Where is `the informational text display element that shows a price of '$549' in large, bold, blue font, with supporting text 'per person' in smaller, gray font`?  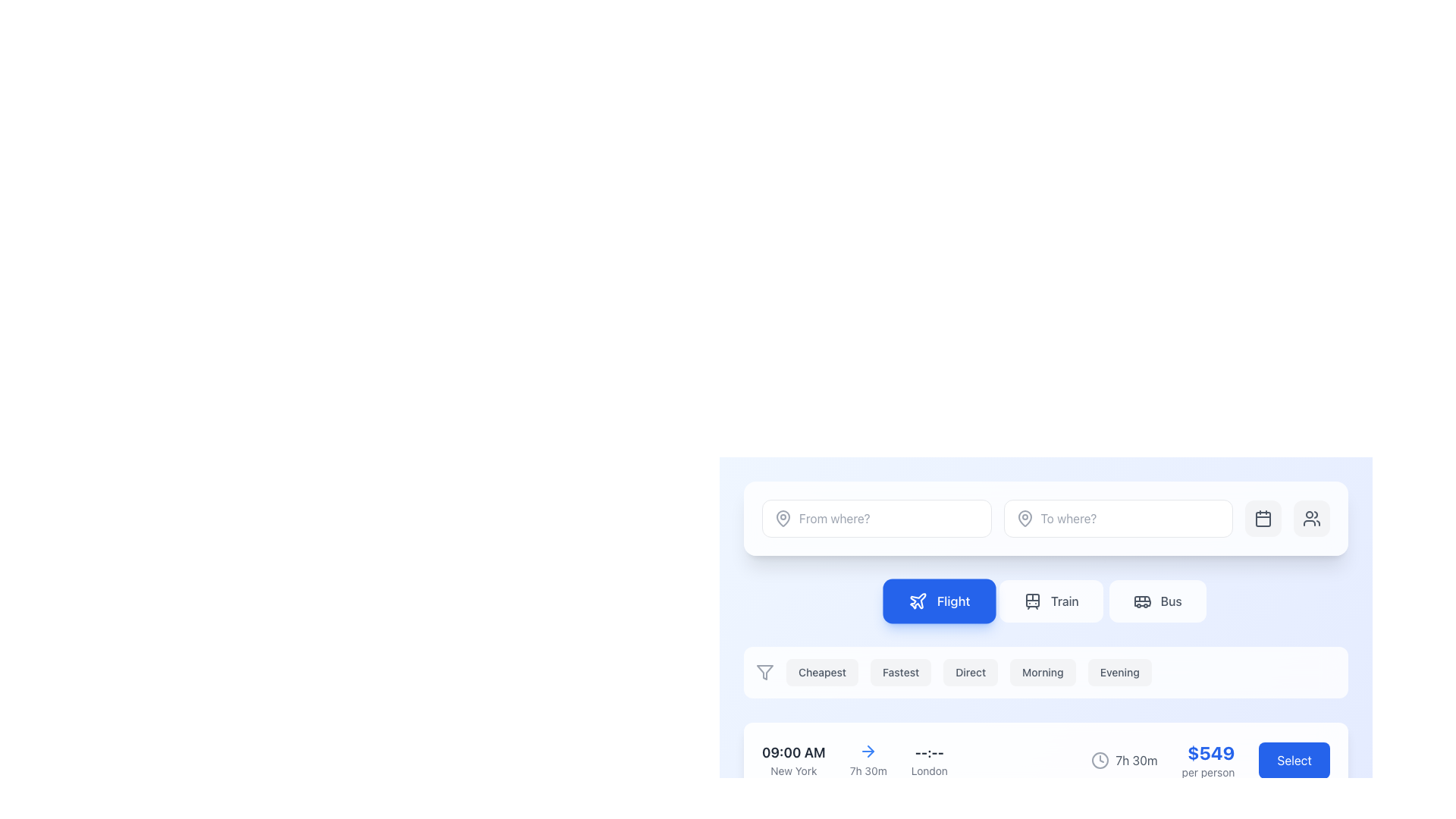
the informational text display element that shows a price of '$549' in large, bold, blue font, with supporting text 'per person' in smaller, gray font is located at coordinates (1207, 760).